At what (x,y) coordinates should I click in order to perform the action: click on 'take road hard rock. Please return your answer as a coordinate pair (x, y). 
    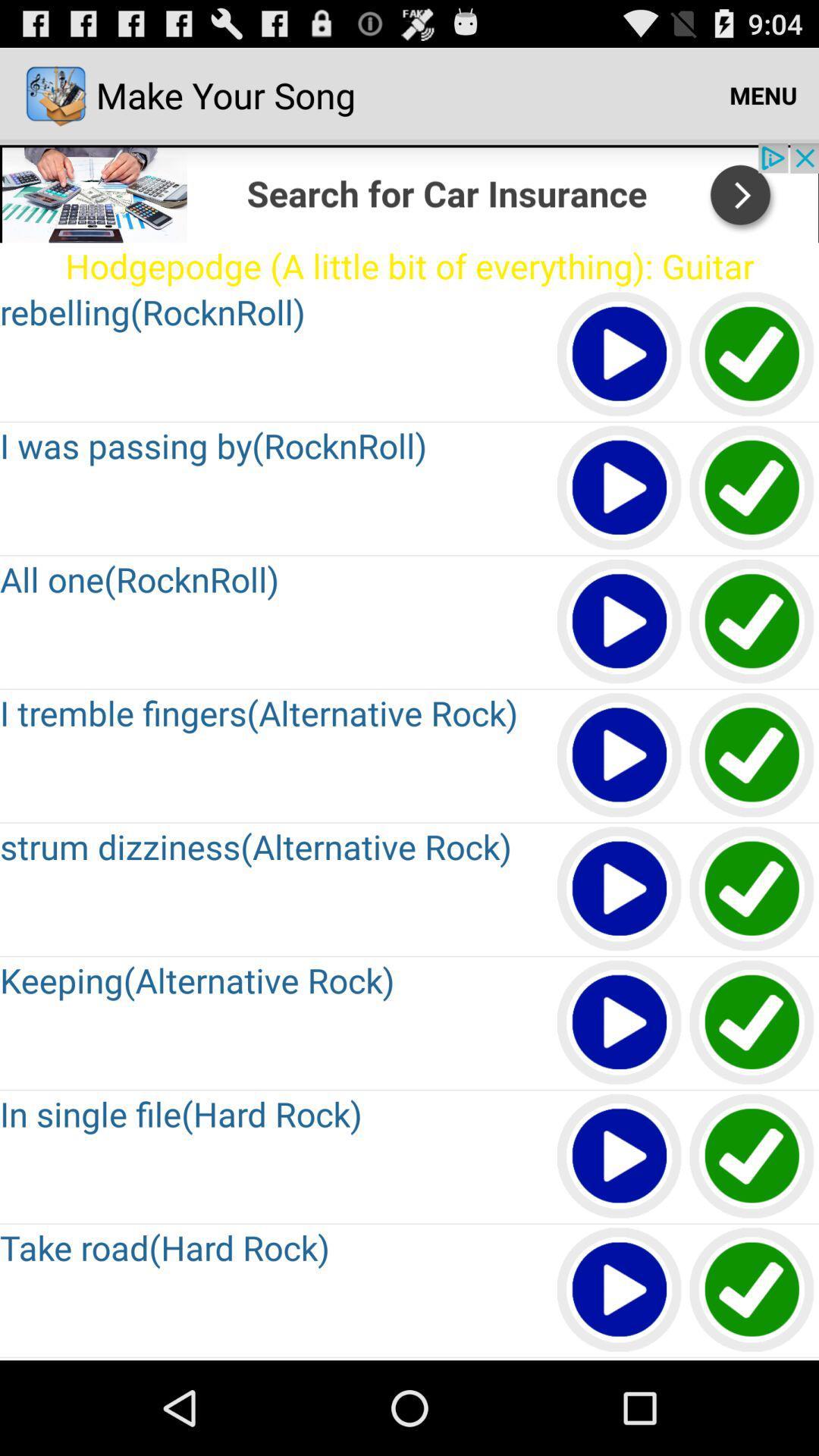
    Looking at the image, I should click on (620, 1290).